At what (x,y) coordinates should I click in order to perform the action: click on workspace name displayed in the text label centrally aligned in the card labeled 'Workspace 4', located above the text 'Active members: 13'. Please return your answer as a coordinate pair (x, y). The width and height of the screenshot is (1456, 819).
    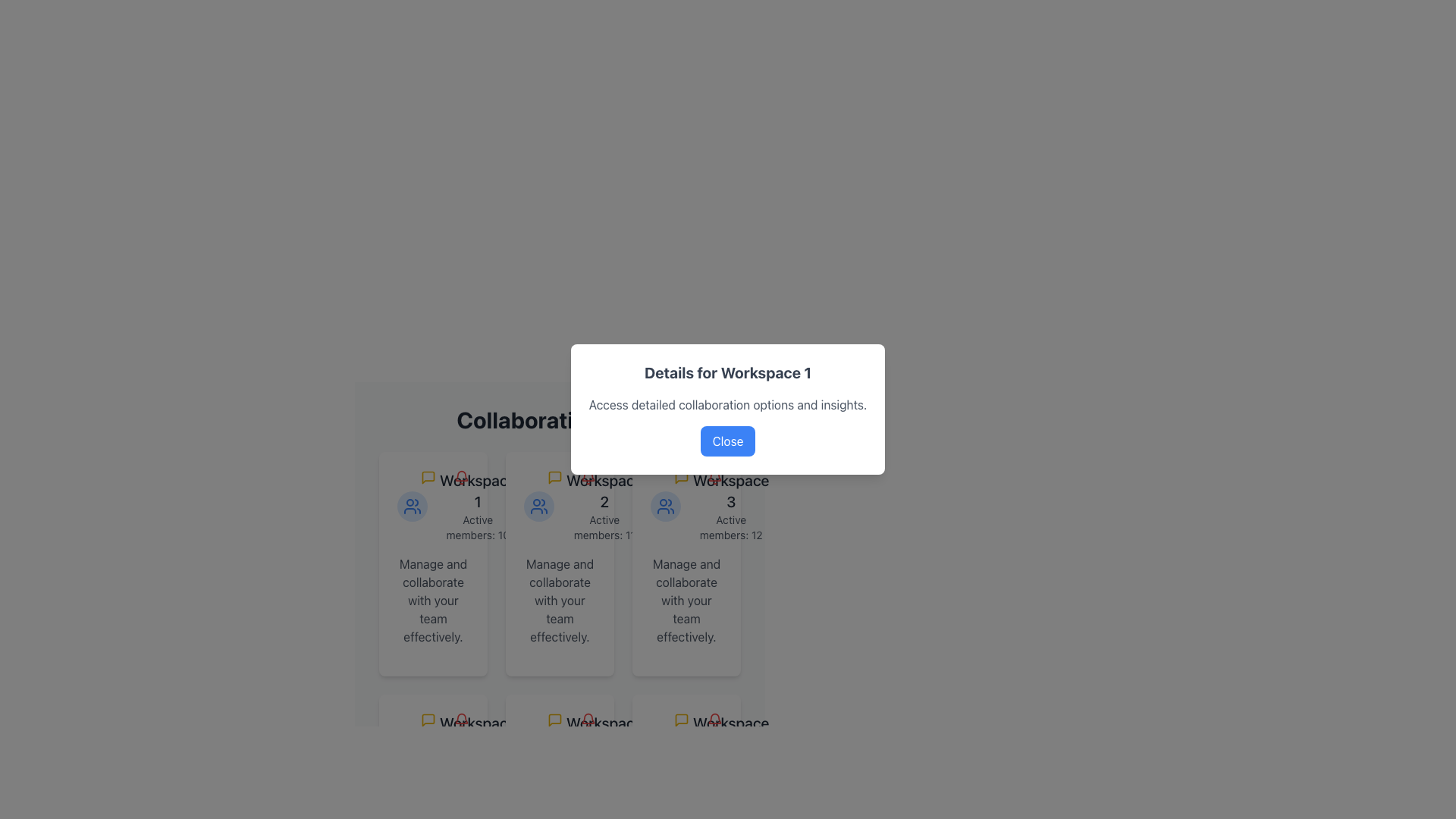
    Looking at the image, I should click on (477, 733).